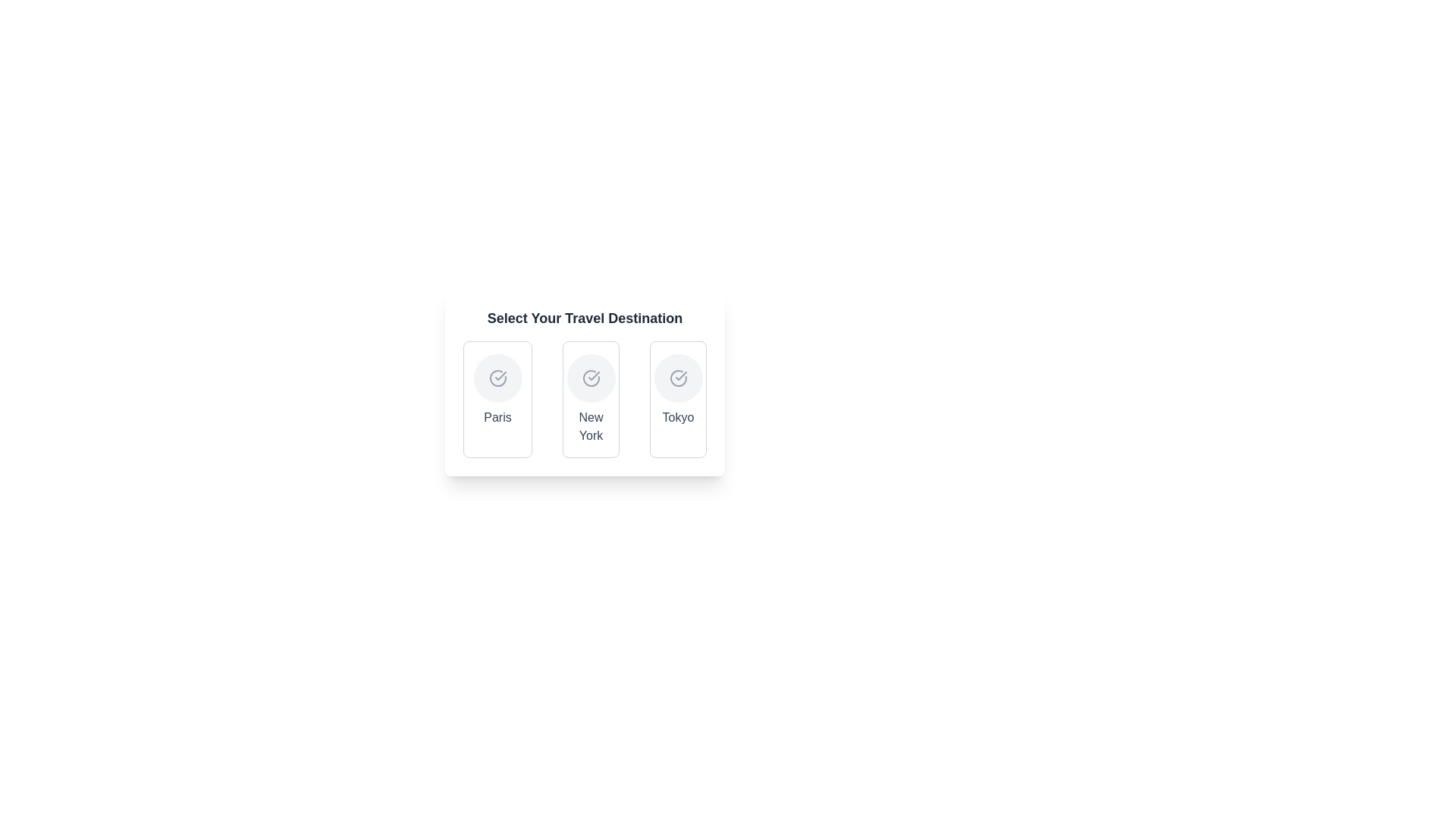  What do you see at coordinates (497, 377) in the screenshot?
I see `the circular icon with a check mark inside it, located within the 'Paris' section of the card under 'Select Your Travel Destination', to interact with it if enabled` at bounding box center [497, 377].